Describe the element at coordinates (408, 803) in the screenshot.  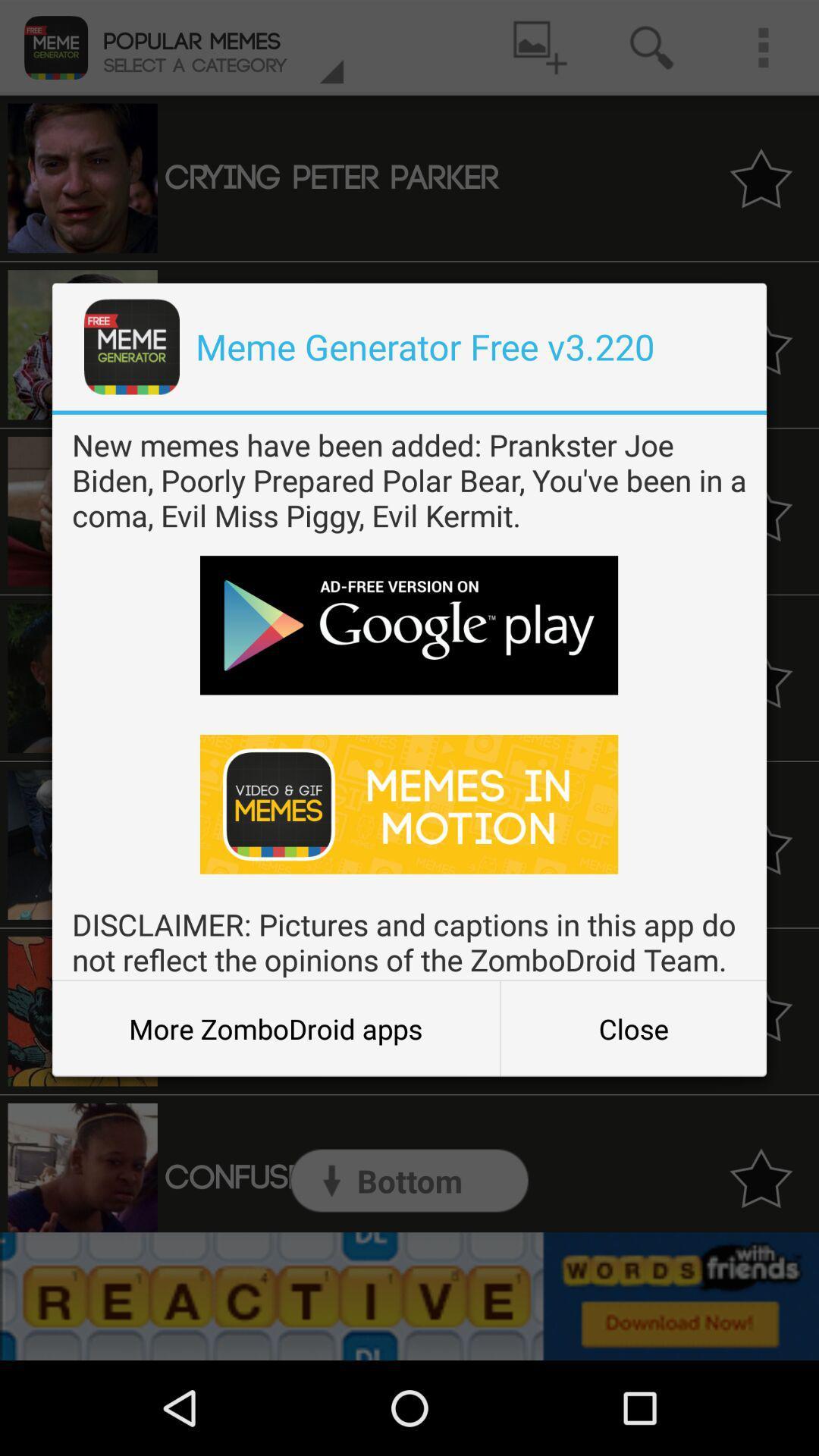
I see `download memes in motion` at that location.